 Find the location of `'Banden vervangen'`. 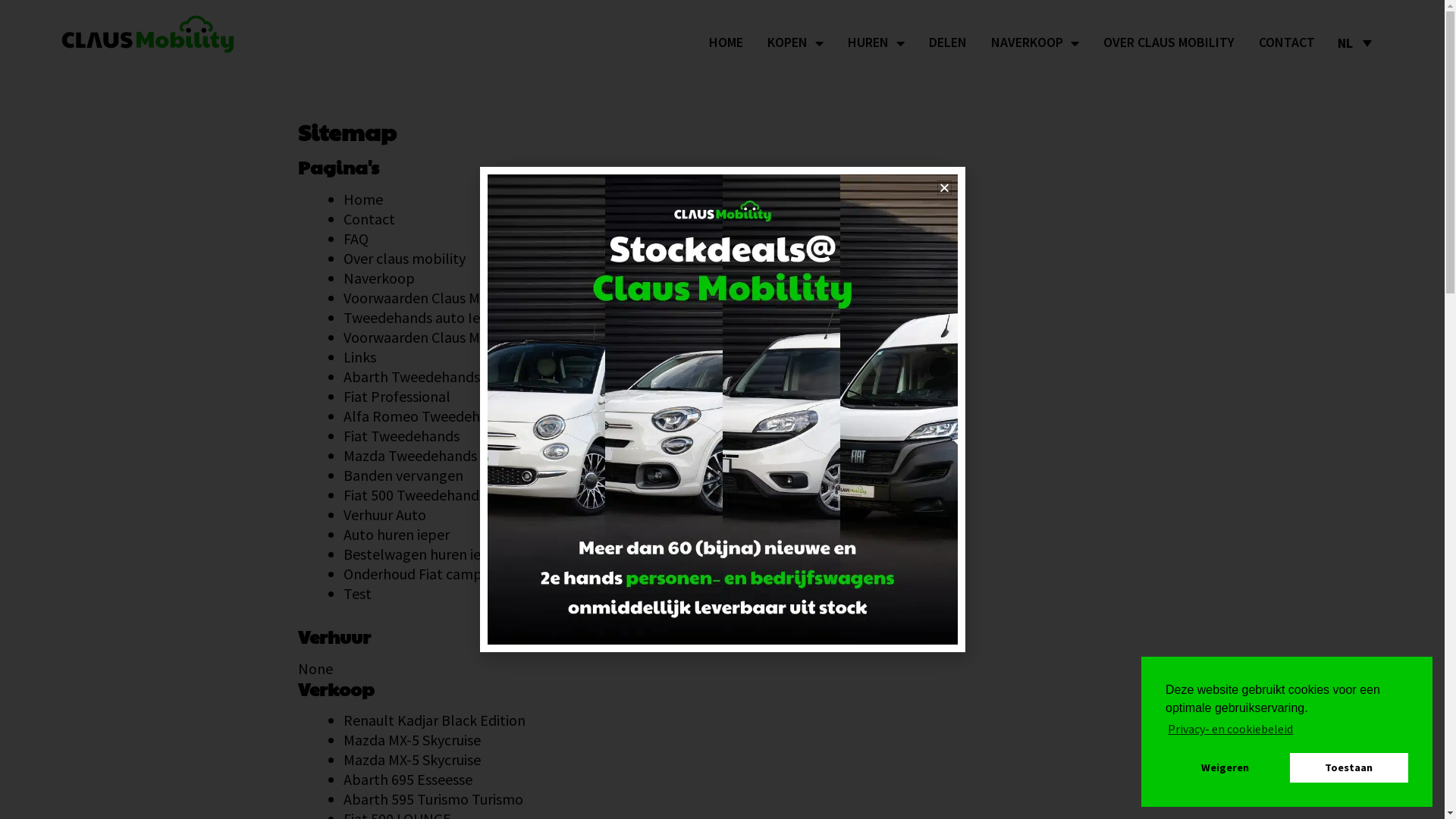

'Banden vervangen' is located at coordinates (403, 474).